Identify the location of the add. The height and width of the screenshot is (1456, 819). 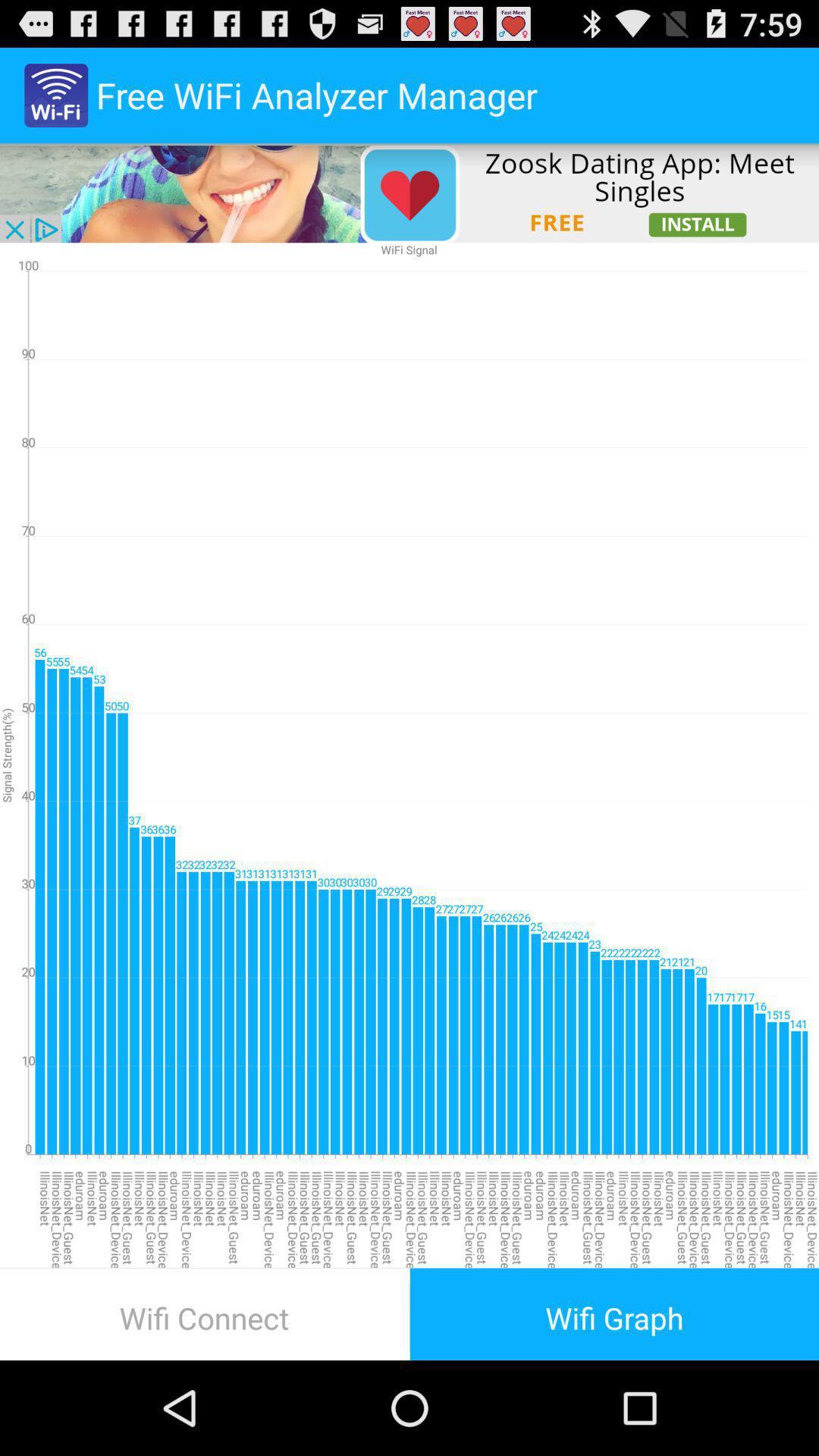
(409, 192).